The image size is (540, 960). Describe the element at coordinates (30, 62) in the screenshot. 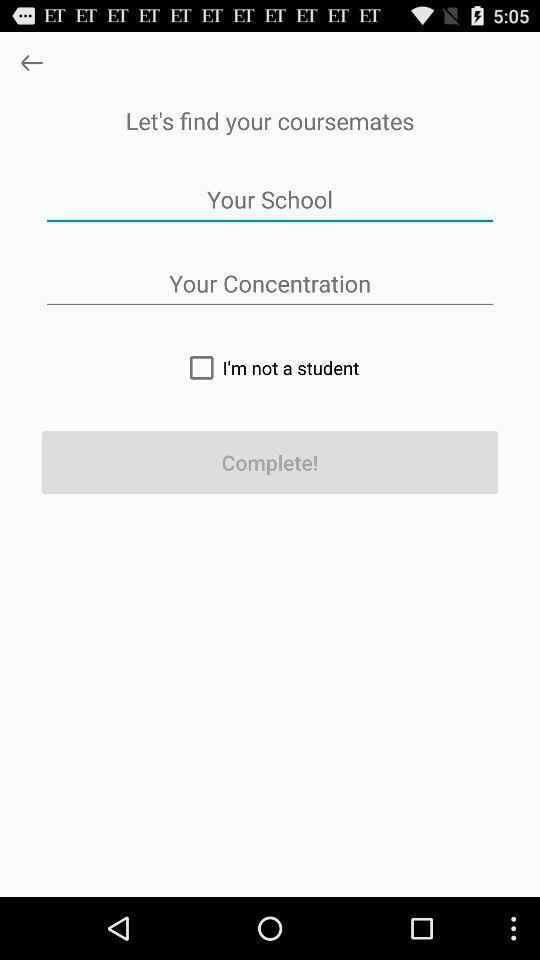

I see `the item at the top left corner` at that location.